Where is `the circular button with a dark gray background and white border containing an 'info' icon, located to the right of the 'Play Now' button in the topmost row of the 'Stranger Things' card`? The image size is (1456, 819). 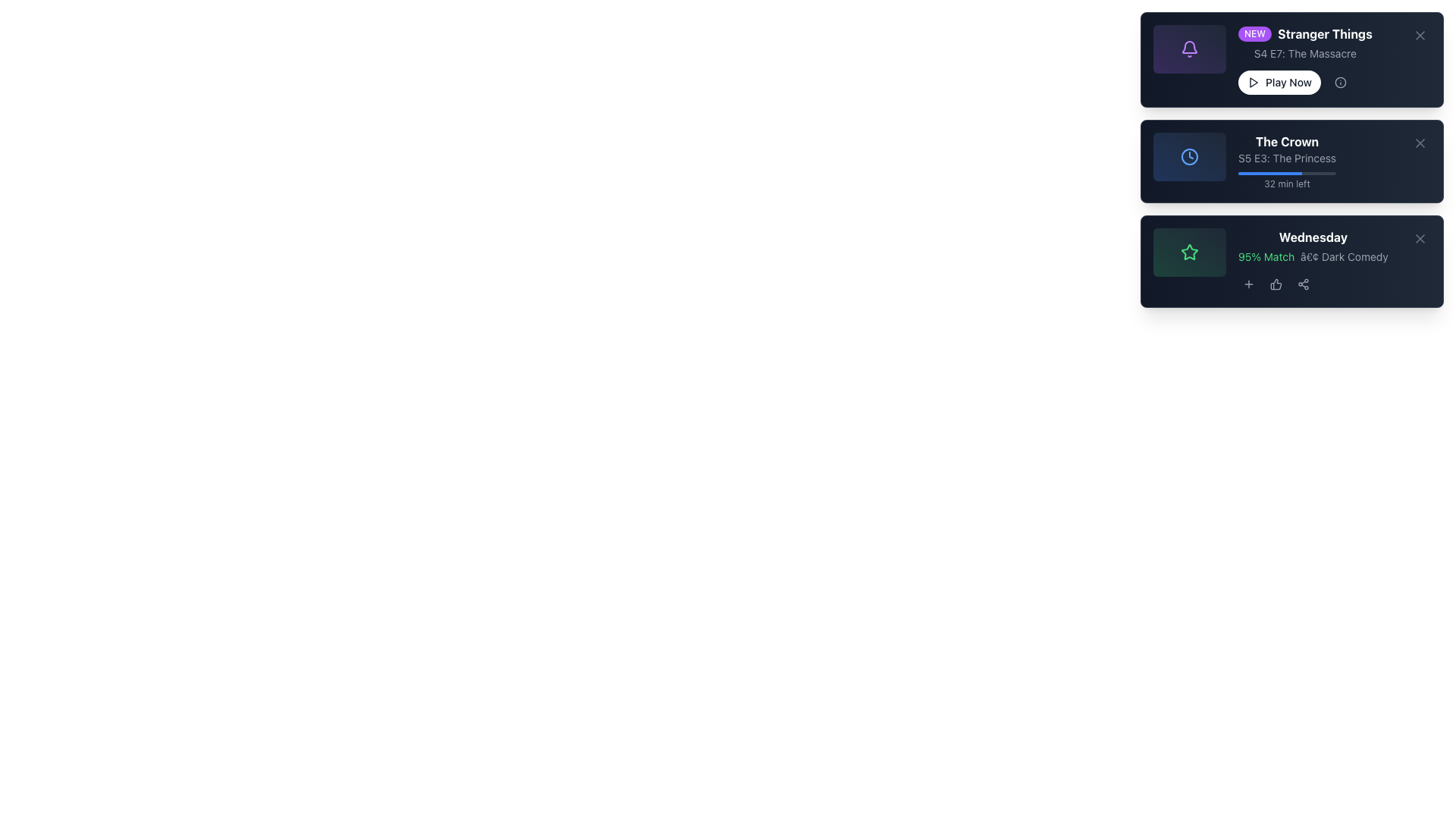 the circular button with a dark gray background and white border containing an 'info' icon, located to the right of the 'Play Now' button in the topmost row of the 'Stranger Things' card is located at coordinates (1340, 82).